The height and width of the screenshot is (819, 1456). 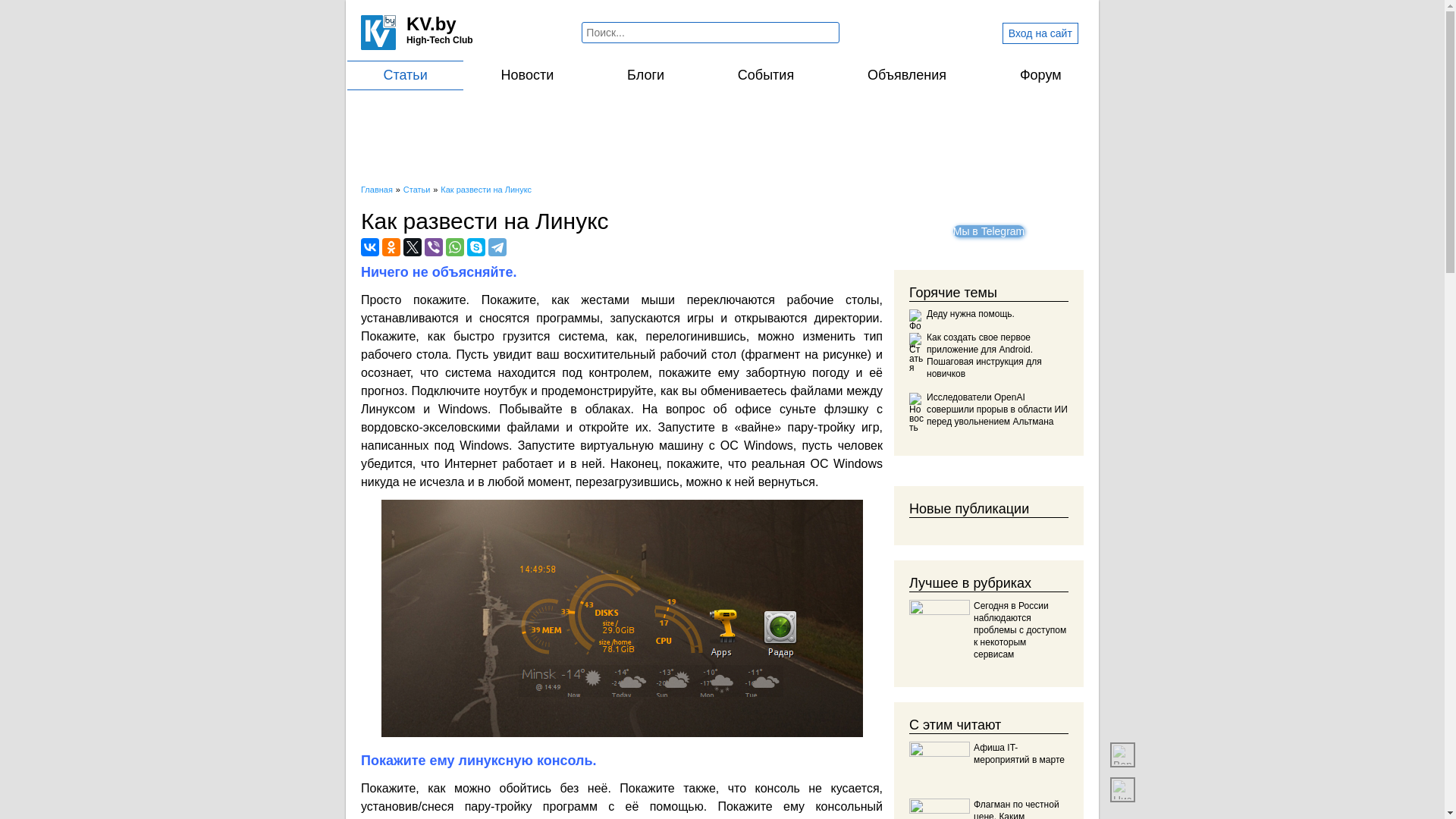 I want to click on 'KV.by', so click(x=431, y=24).